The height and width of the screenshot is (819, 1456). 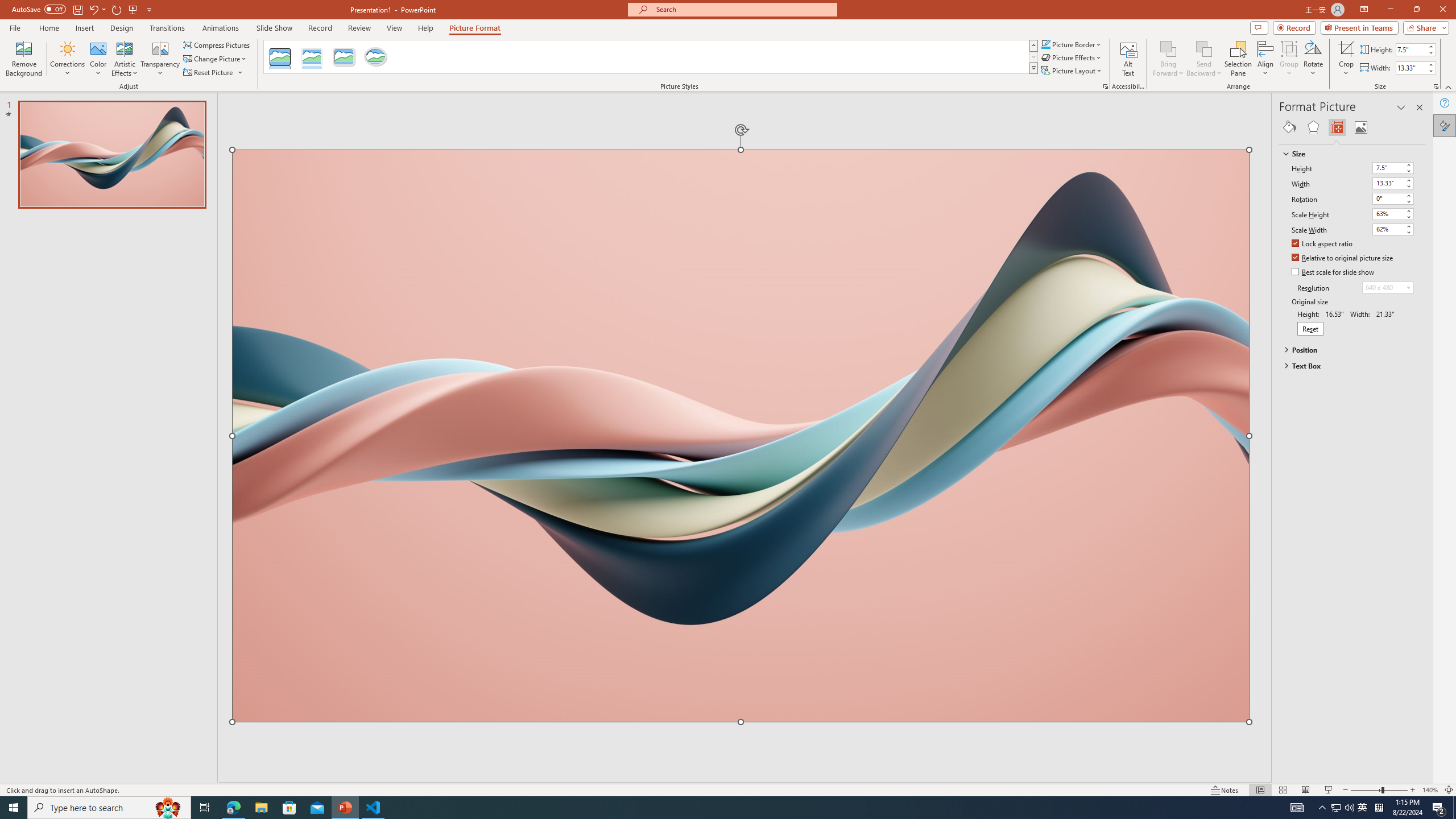 What do you see at coordinates (1168, 48) in the screenshot?
I see `'Bring Forward'` at bounding box center [1168, 48].